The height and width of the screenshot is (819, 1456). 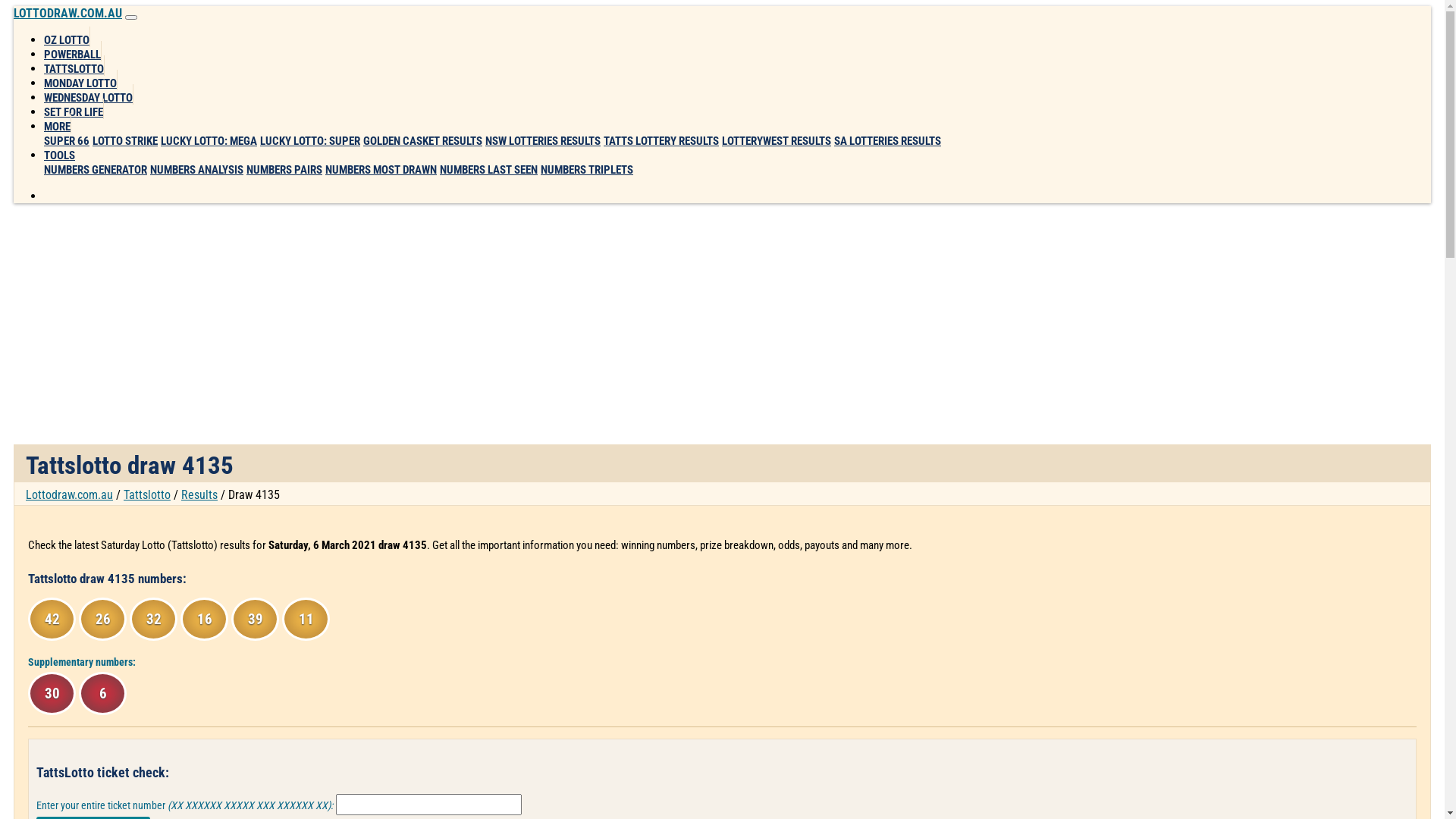 What do you see at coordinates (80, 80) in the screenshot?
I see `'MONDAY LOTTO'` at bounding box center [80, 80].